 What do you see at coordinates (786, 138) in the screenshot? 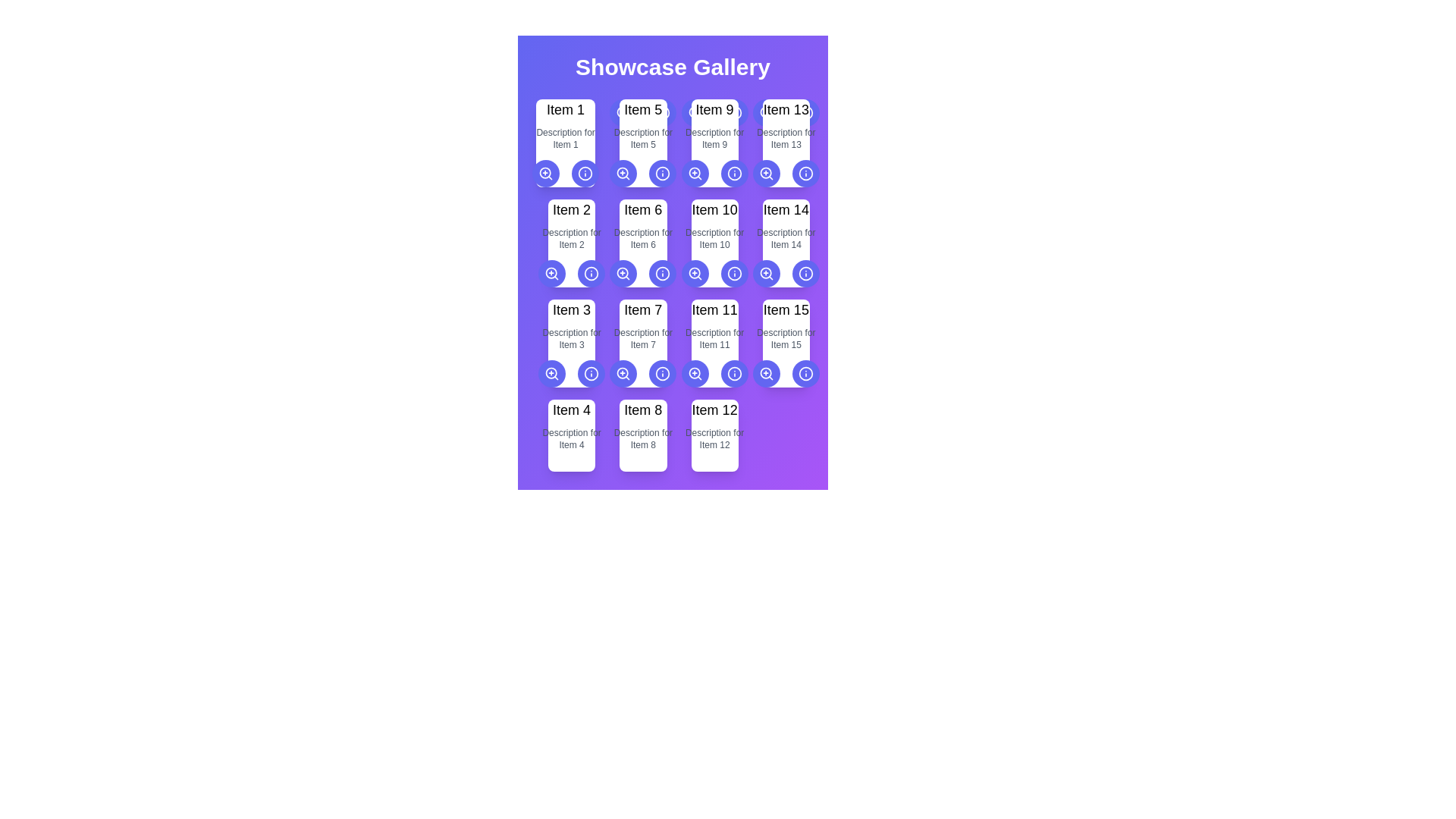
I see `descriptive text label located in the fourth row and fourth column of the grid layout under 'Item 13', positioned below the title` at bounding box center [786, 138].